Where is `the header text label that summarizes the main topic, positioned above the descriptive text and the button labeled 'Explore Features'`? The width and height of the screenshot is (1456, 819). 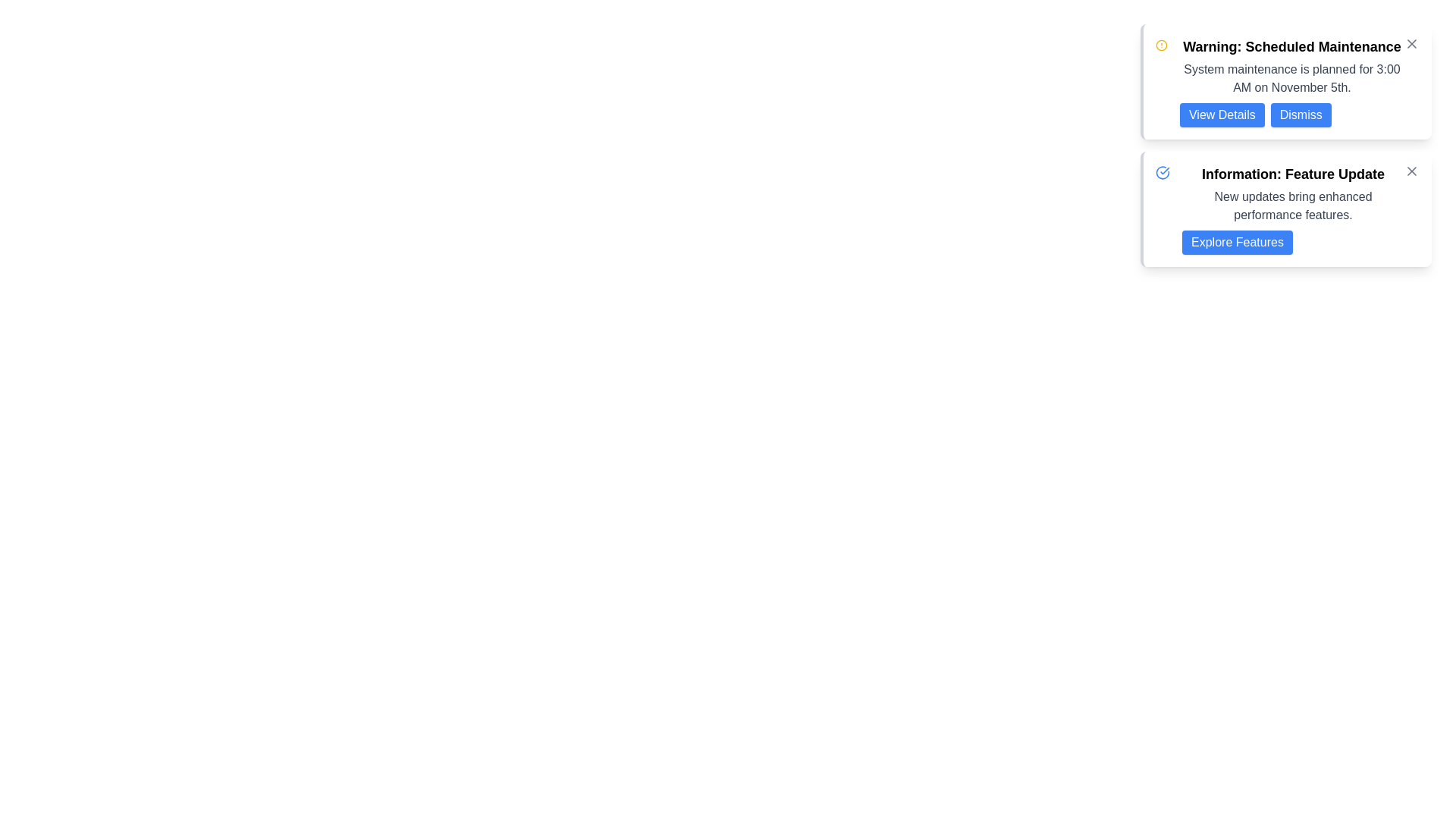 the header text label that summarizes the main topic, positioned above the descriptive text and the button labeled 'Explore Features' is located at coordinates (1292, 174).